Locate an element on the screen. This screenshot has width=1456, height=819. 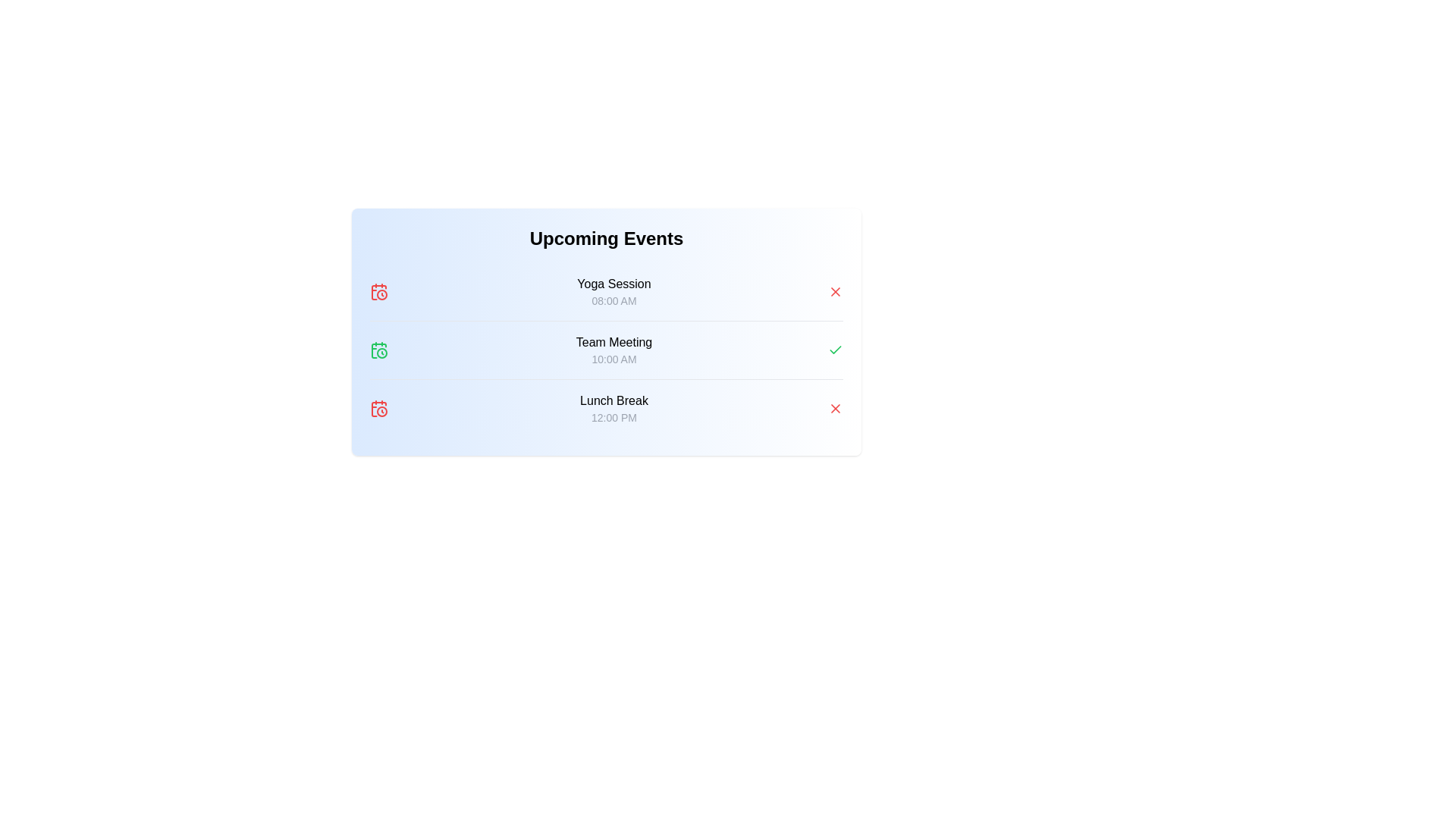
the red calendar icon with a clock in the first row of the 'Upcoming Events' list, located to the left of the 'Yoga Session' text label is located at coordinates (378, 292).